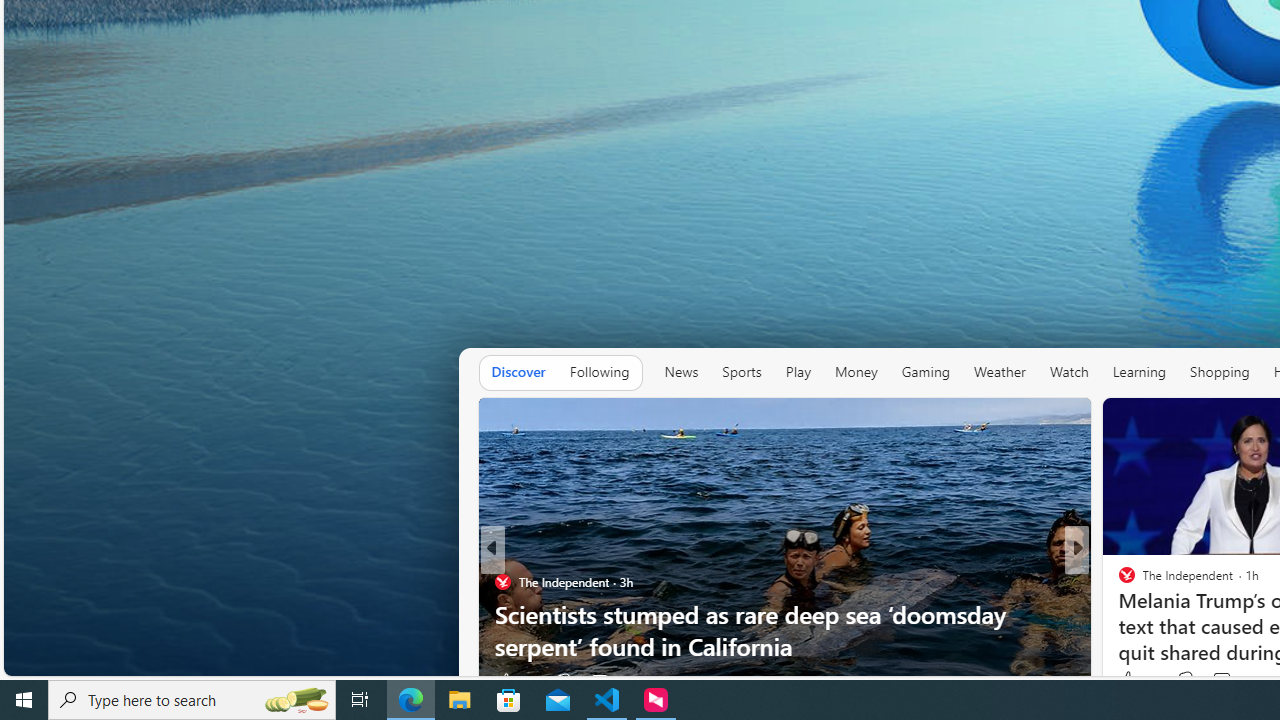  Describe the element at coordinates (1220, 679) in the screenshot. I see `'View comments 133 Comment'` at that location.